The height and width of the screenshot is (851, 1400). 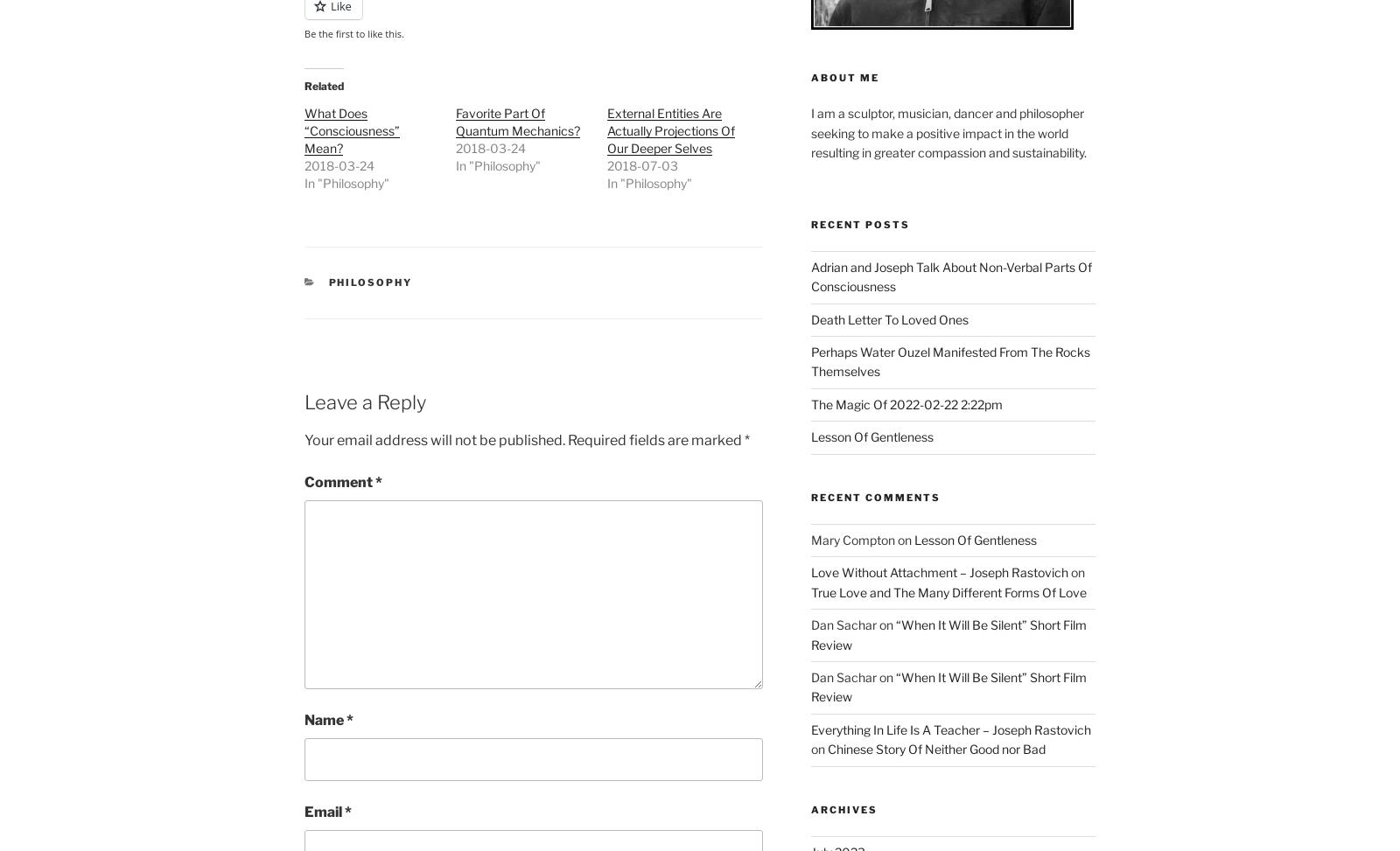 I want to click on 'Mary Compton', so click(x=851, y=540).